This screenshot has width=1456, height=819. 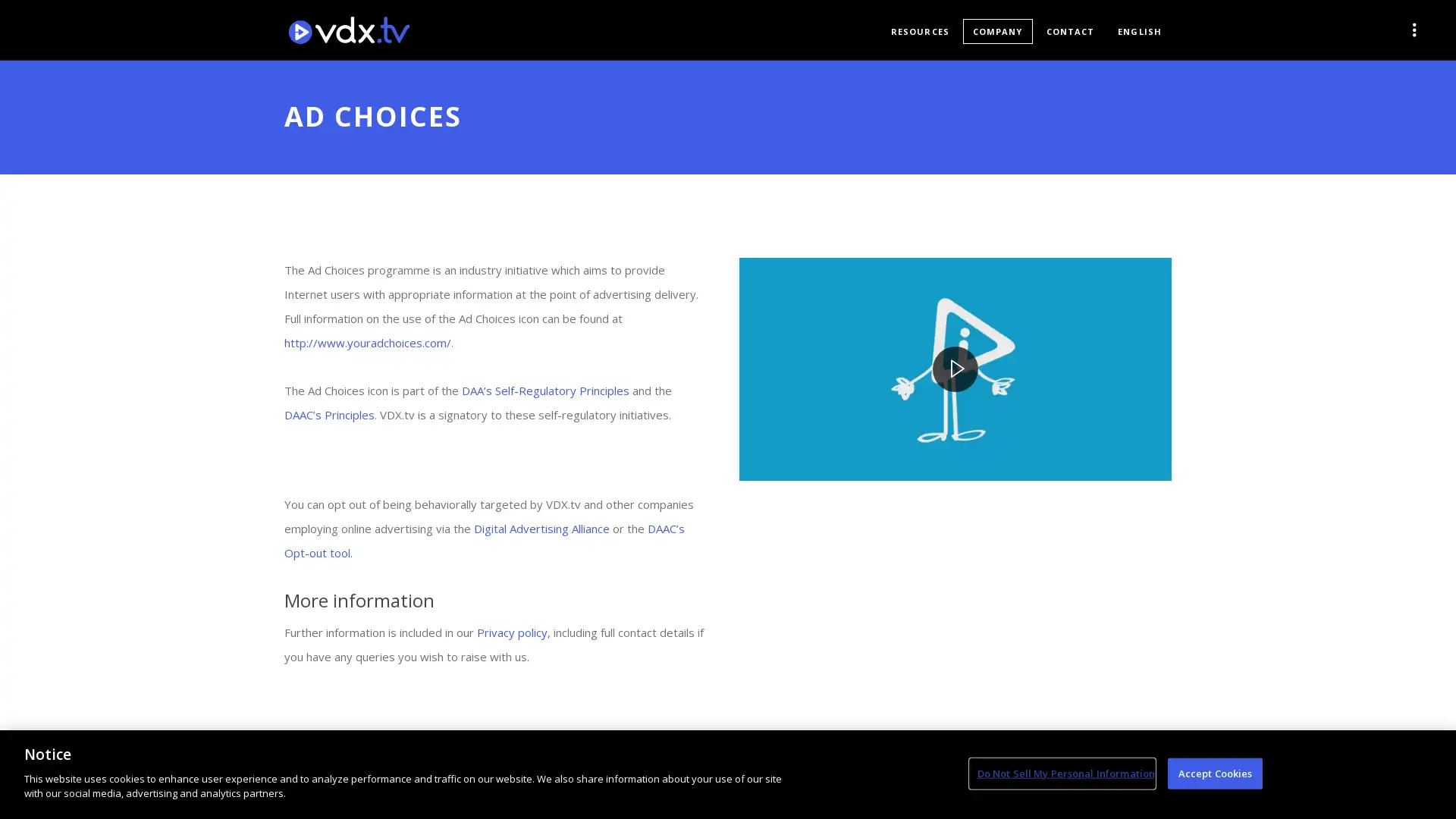 What do you see at coordinates (1215, 773) in the screenshot?
I see `Accept Cookies` at bounding box center [1215, 773].